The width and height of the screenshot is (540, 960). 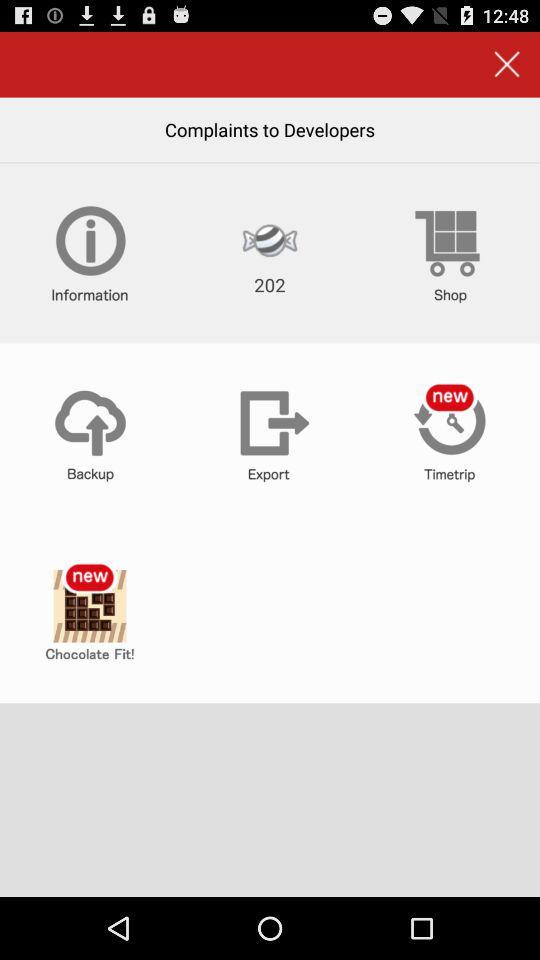 What do you see at coordinates (89, 433) in the screenshot?
I see `backup the data` at bounding box center [89, 433].